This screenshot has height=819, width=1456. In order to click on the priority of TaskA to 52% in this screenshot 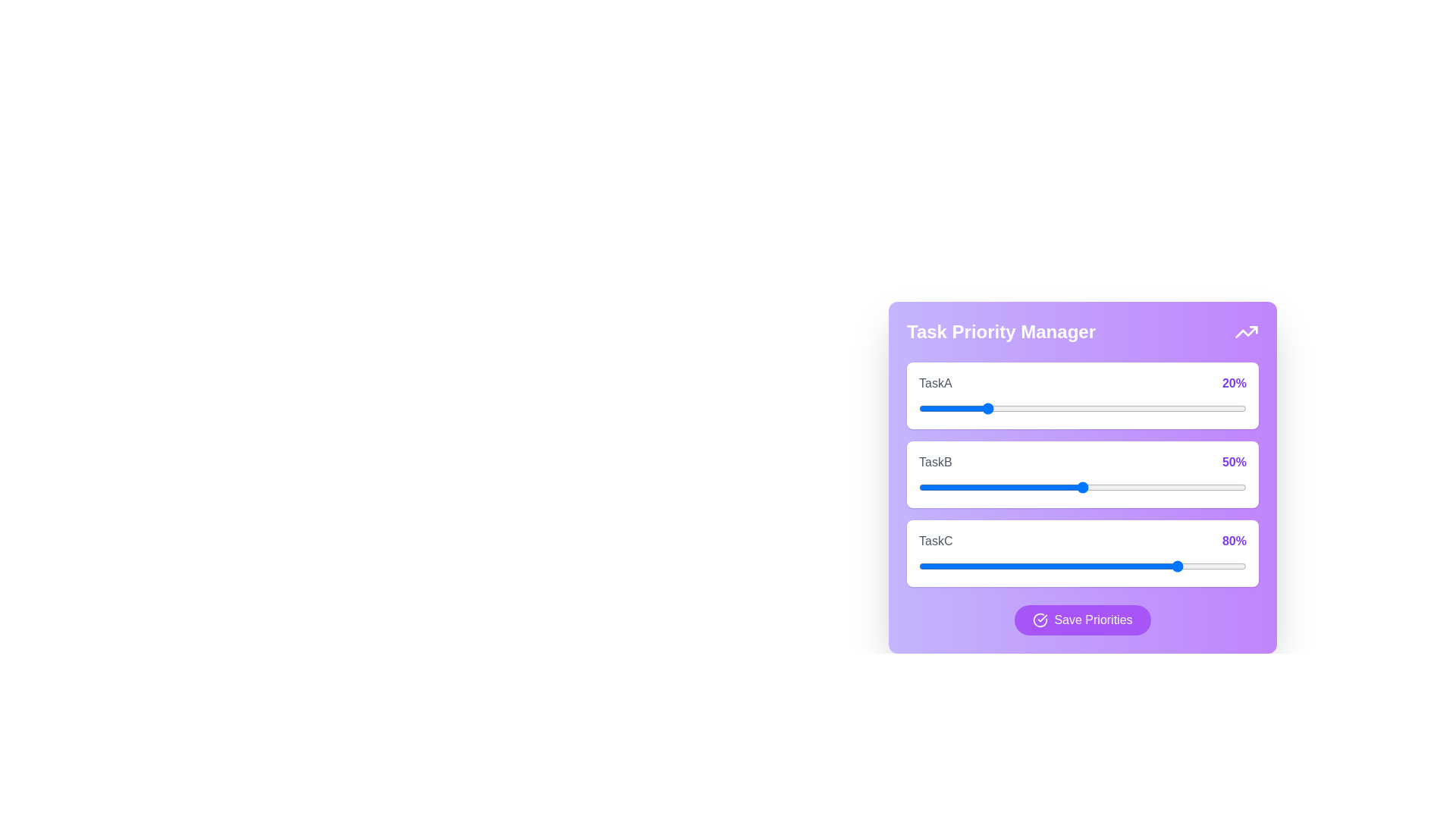, I will do `click(1088, 408)`.